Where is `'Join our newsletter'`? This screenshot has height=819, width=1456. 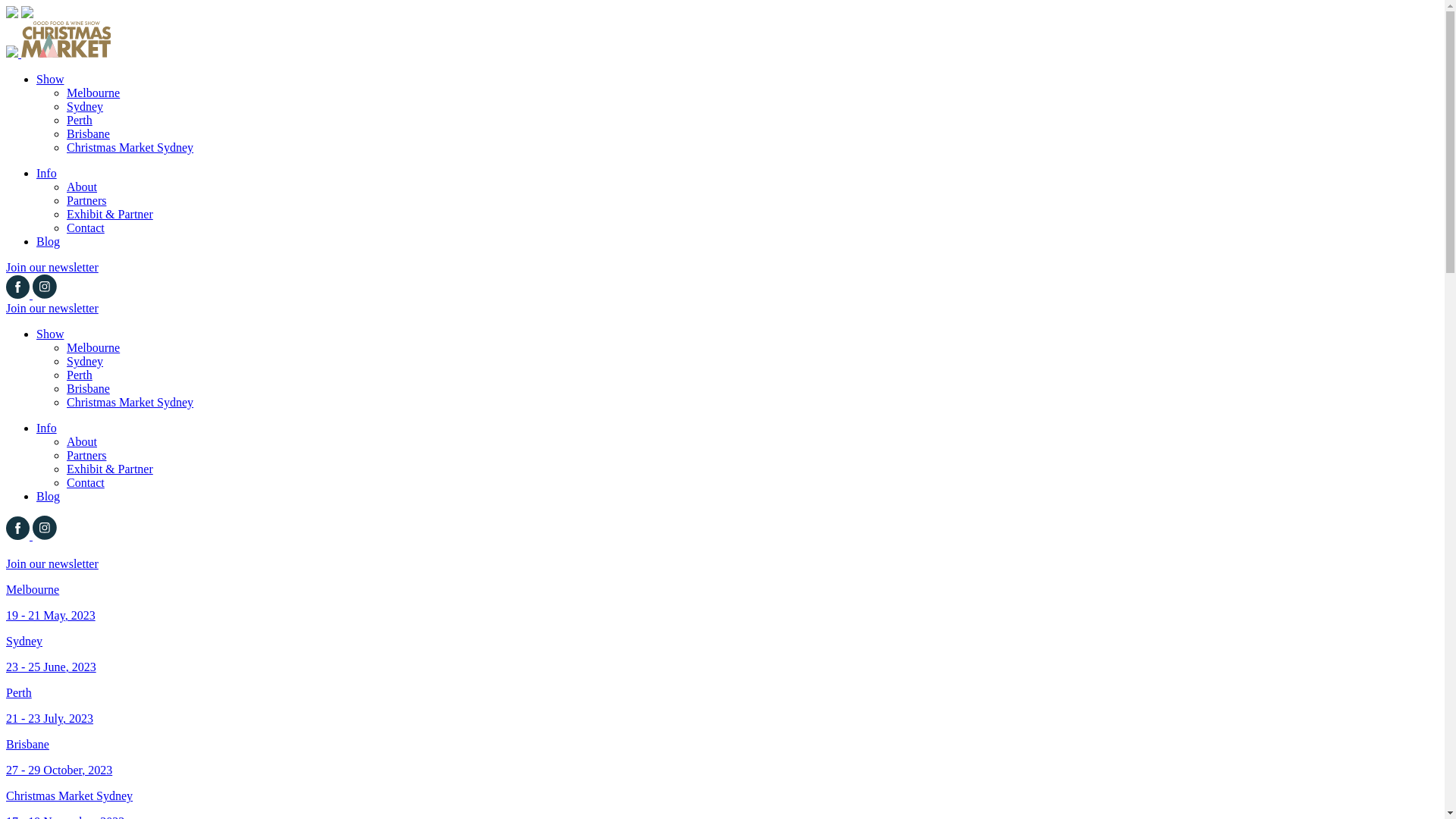
'Join our newsletter' is located at coordinates (52, 266).